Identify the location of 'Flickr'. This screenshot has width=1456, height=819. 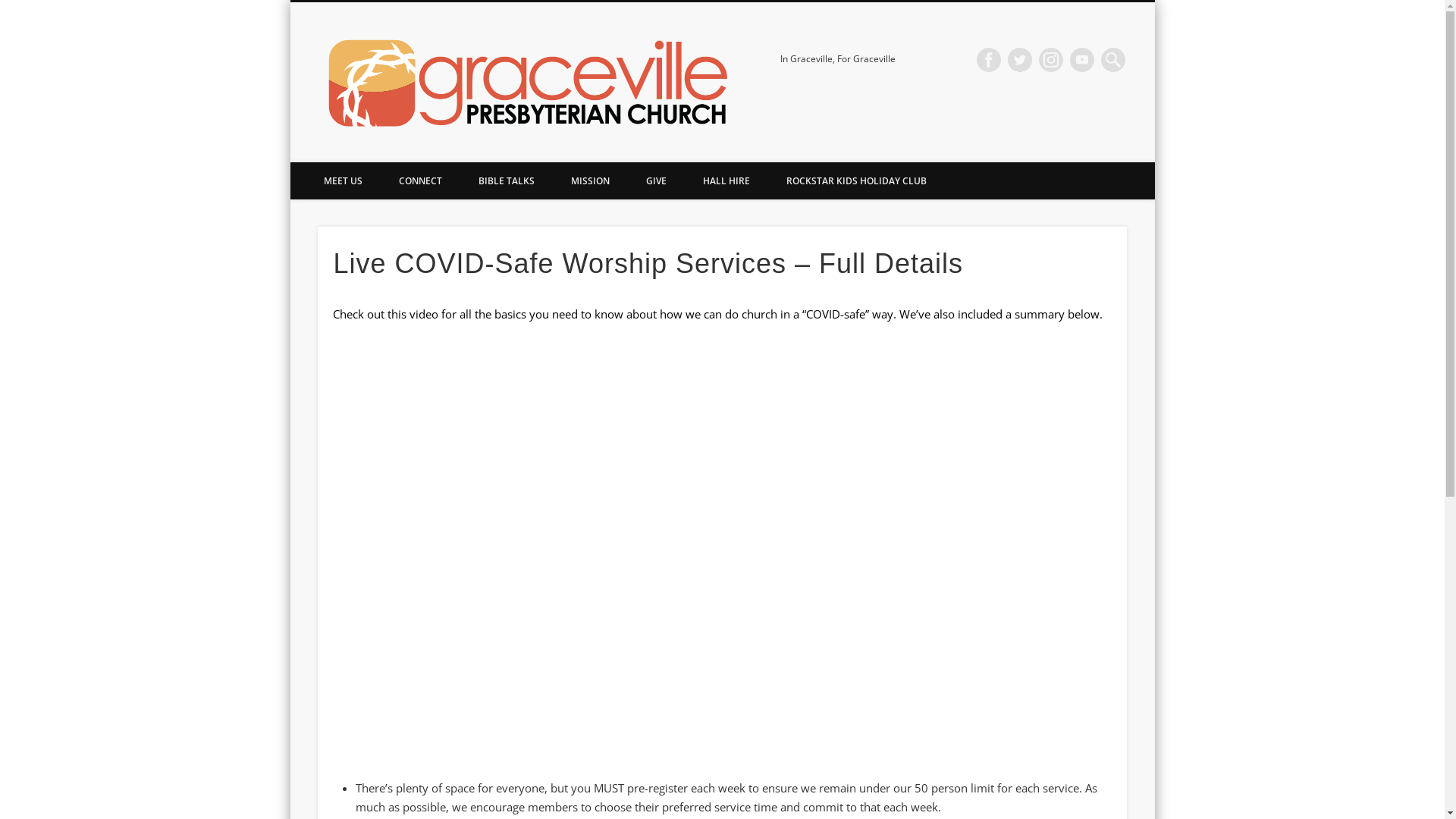
(1037, 58).